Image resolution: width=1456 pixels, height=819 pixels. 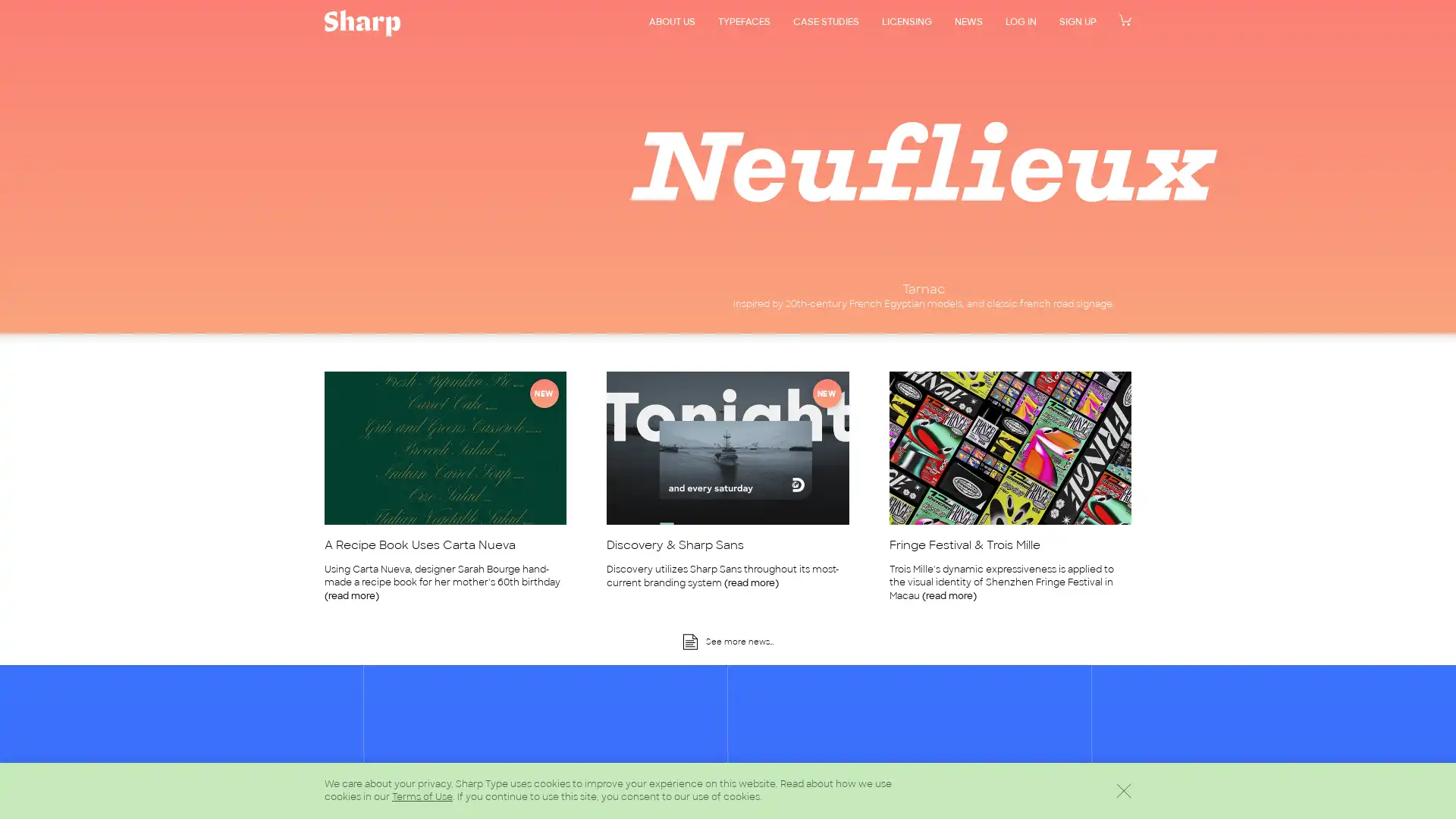 I want to click on Dismiss, so click(x=1124, y=789).